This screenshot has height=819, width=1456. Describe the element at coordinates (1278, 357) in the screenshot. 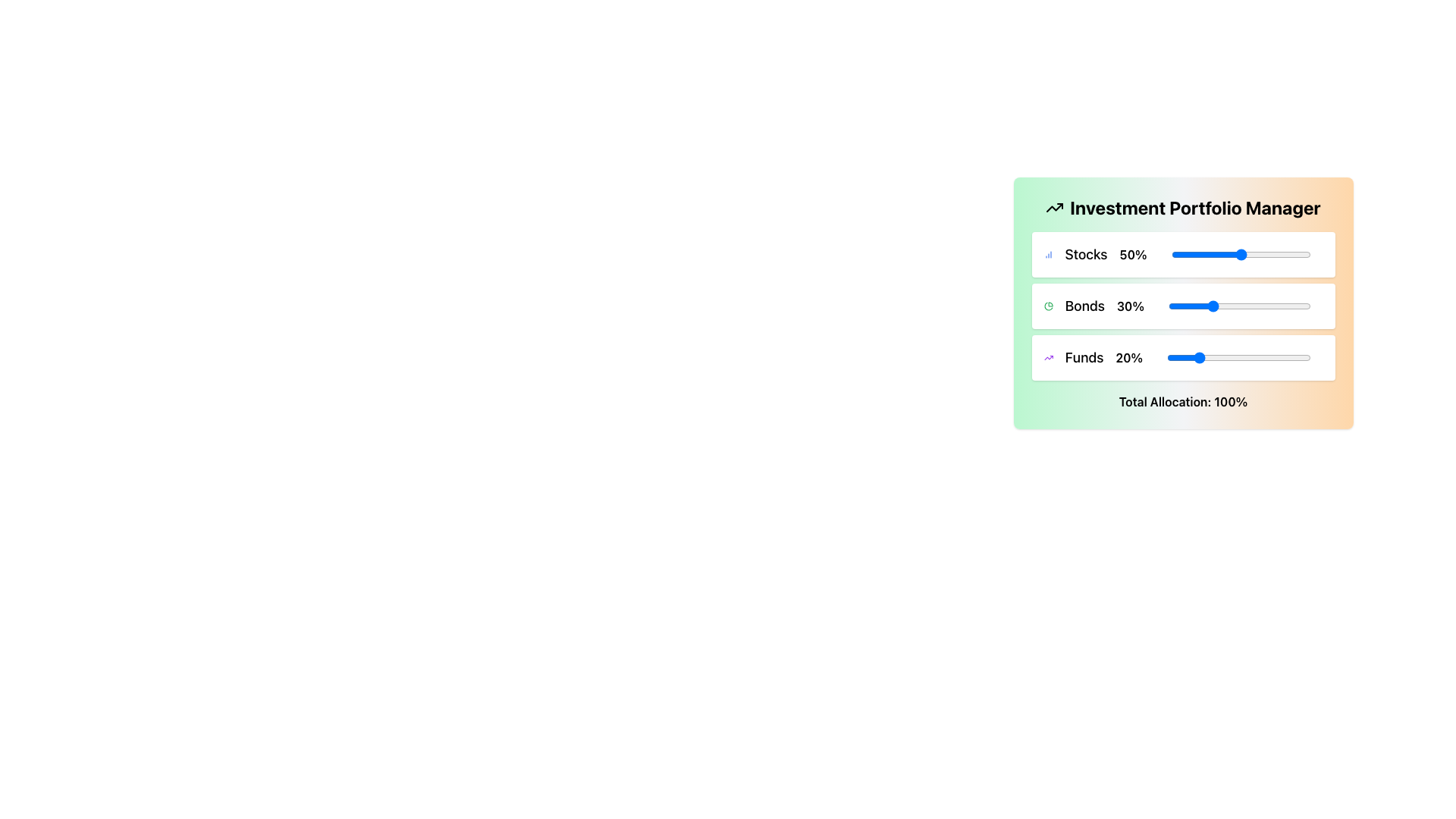

I see `the 'Funds' allocation` at that location.